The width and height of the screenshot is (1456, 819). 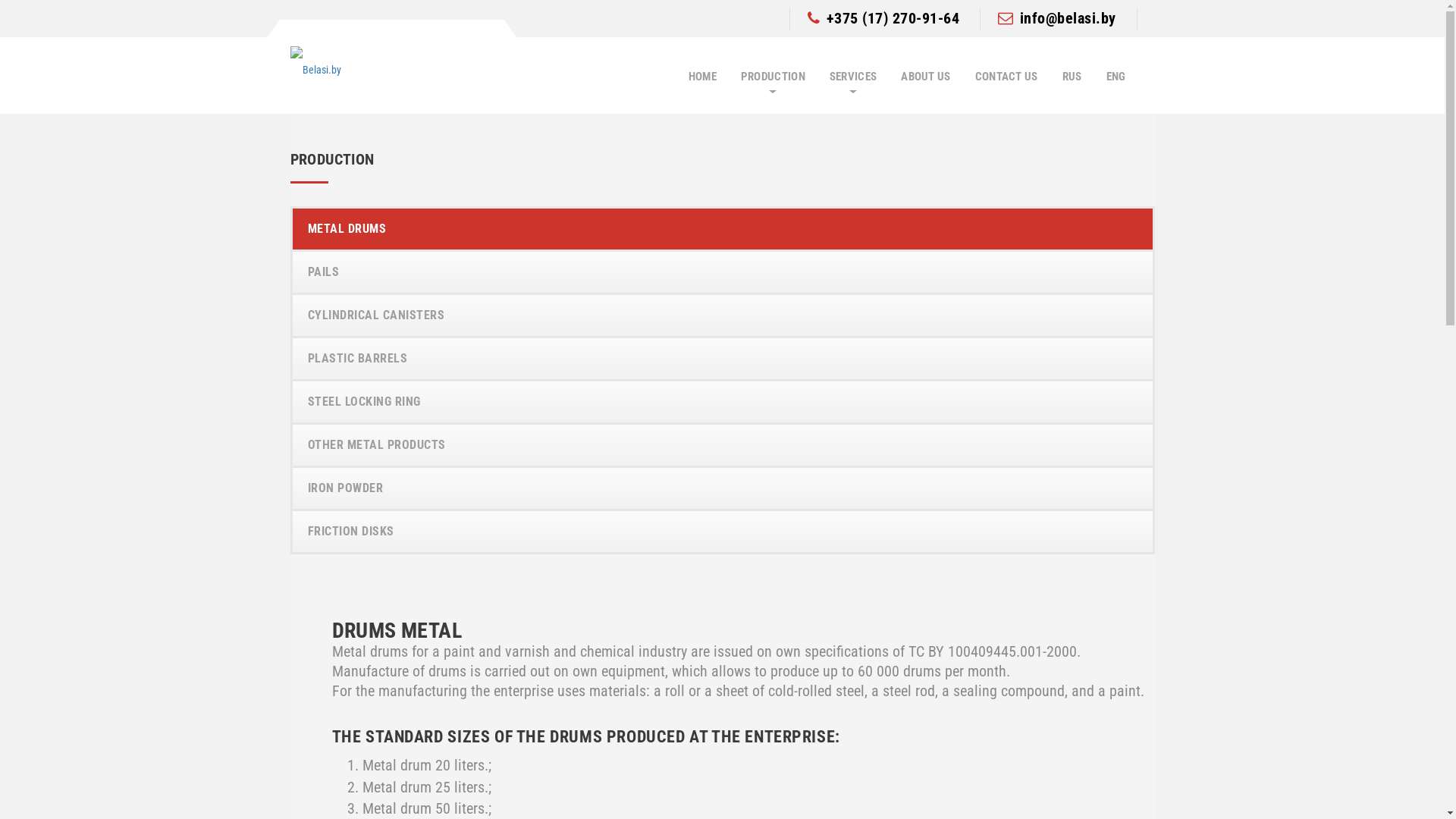 What do you see at coordinates (1056, 17) in the screenshot?
I see `'info@belasi.by'` at bounding box center [1056, 17].